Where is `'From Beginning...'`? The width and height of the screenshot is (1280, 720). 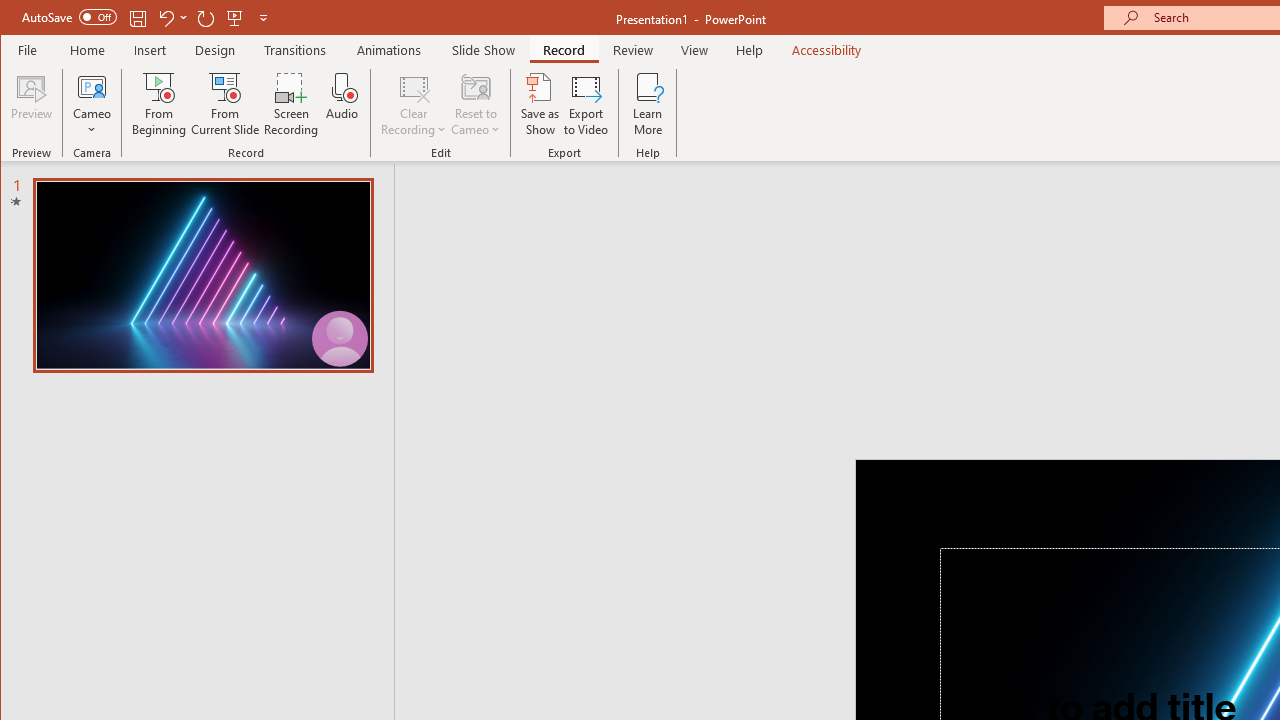 'From Beginning...' is located at coordinates (160, 104).